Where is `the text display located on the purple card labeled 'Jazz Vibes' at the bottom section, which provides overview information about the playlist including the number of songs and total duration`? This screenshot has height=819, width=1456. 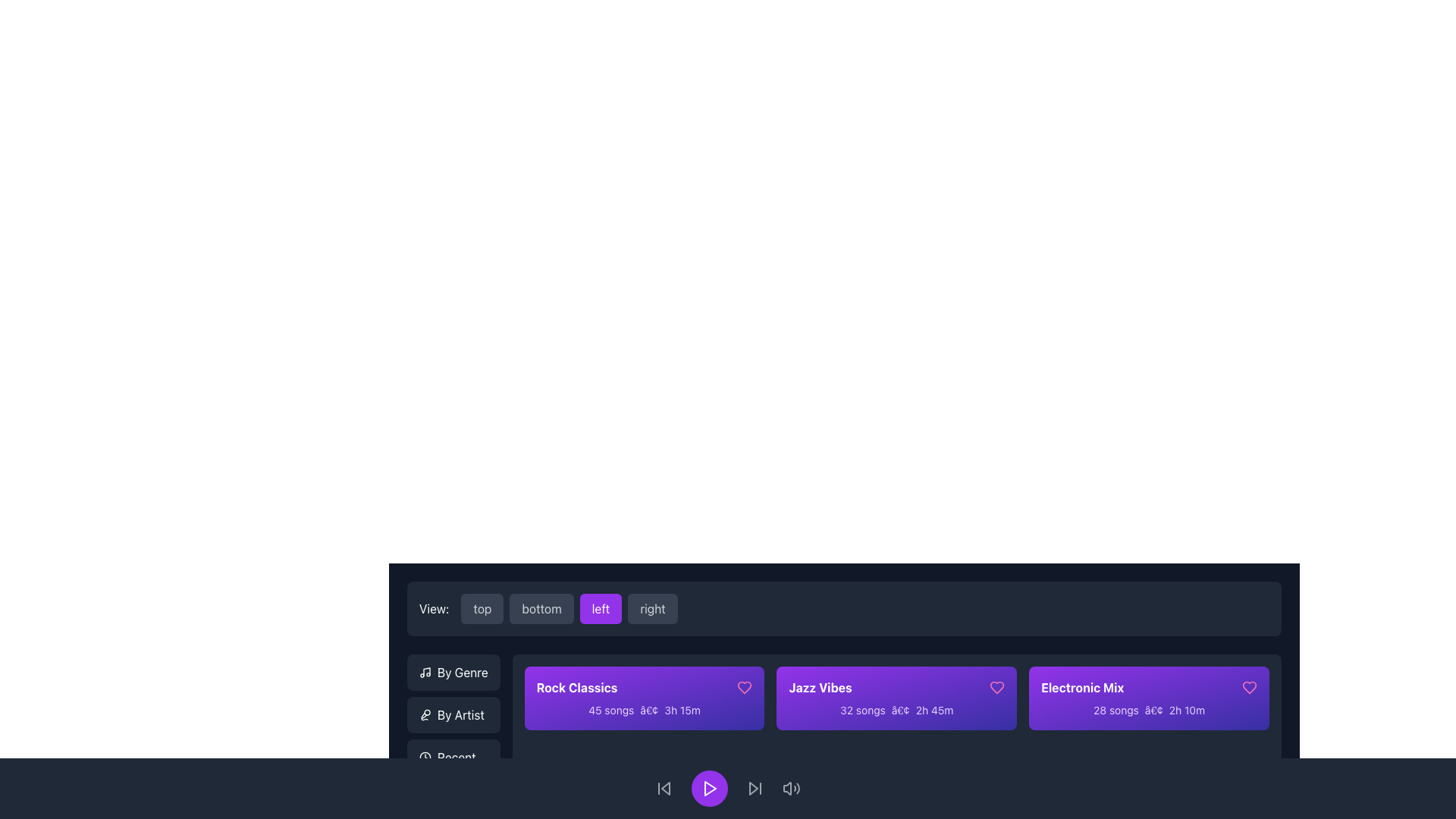 the text display located on the purple card labeled 'Jazz Vibes' at the bottom section, which provides overview information about the playlist including the number of songs and total duration is located at coordinates (896, 711).